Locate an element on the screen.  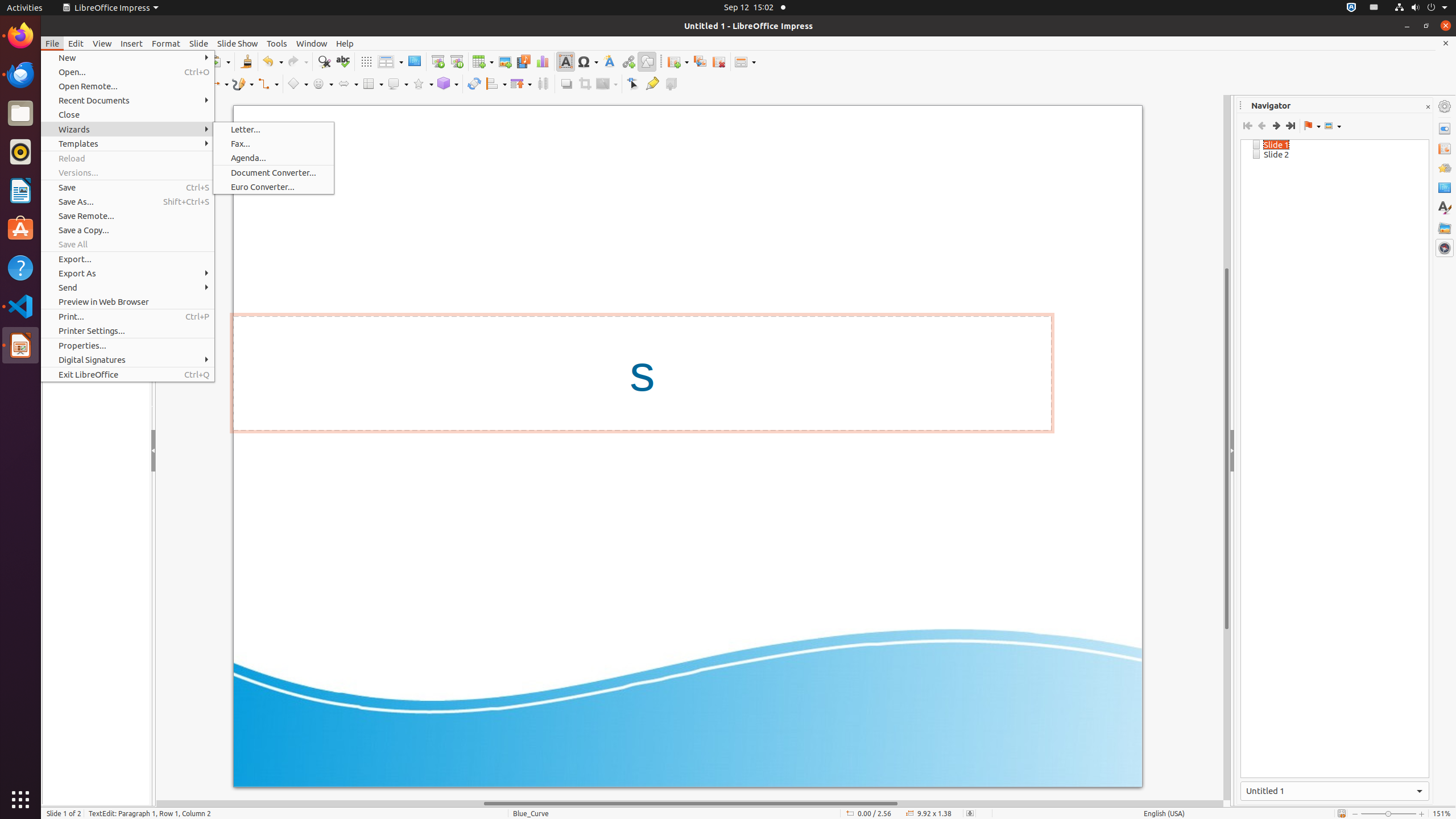
'Exit LibreOffice' is located at coordinates (127, 374).